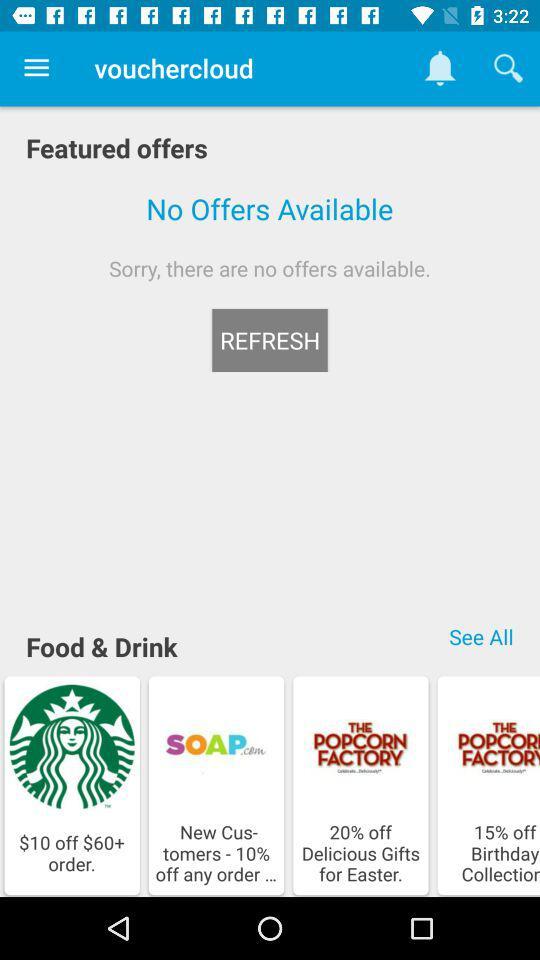 The height and width of the screenshot is (960, 540). Describe the element at coordinates (36, 68) in the screenshot. I see `item to the left of the vouchercloud` at that location.